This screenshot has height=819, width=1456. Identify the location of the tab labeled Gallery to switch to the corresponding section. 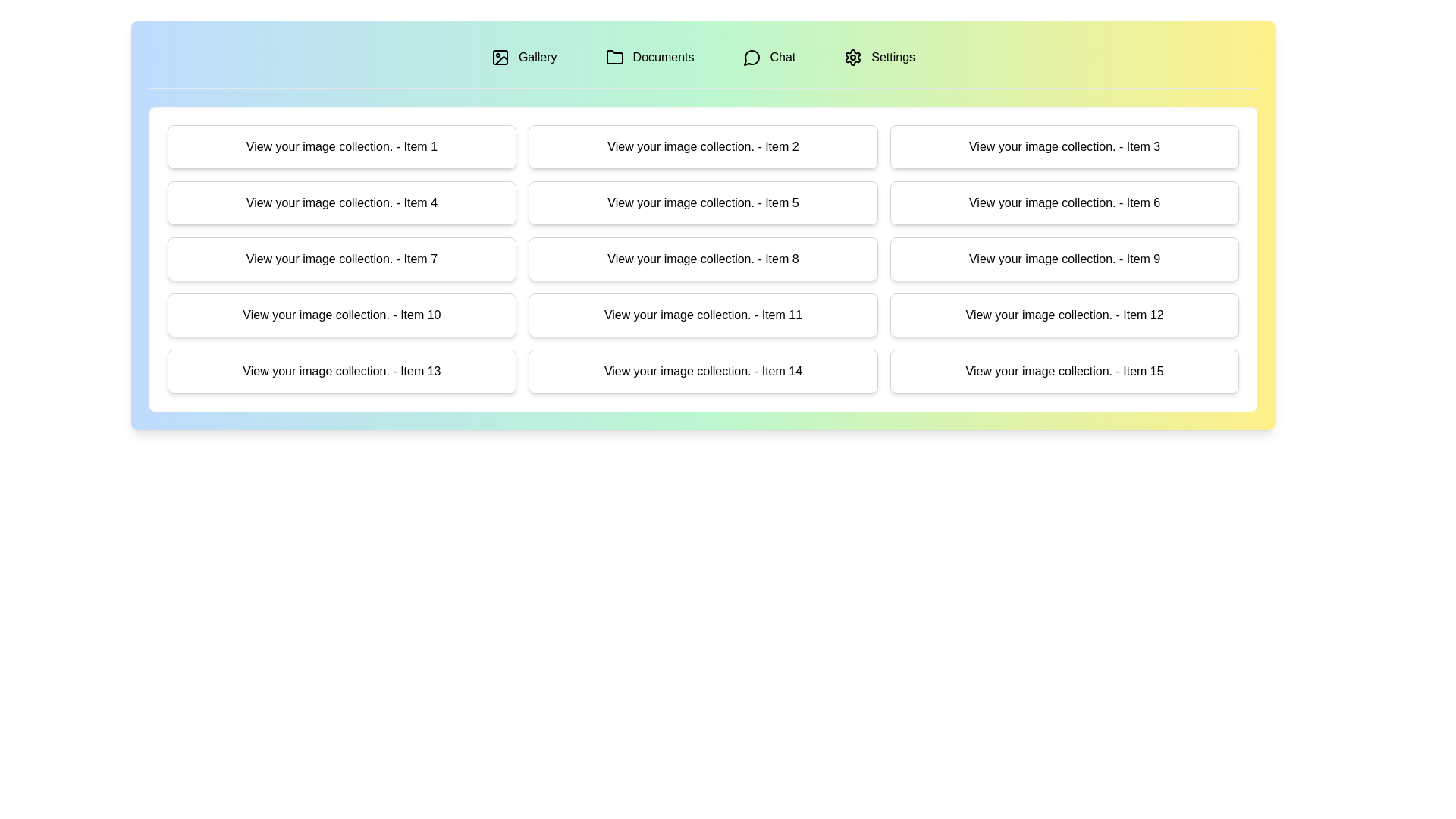
(524, 57).